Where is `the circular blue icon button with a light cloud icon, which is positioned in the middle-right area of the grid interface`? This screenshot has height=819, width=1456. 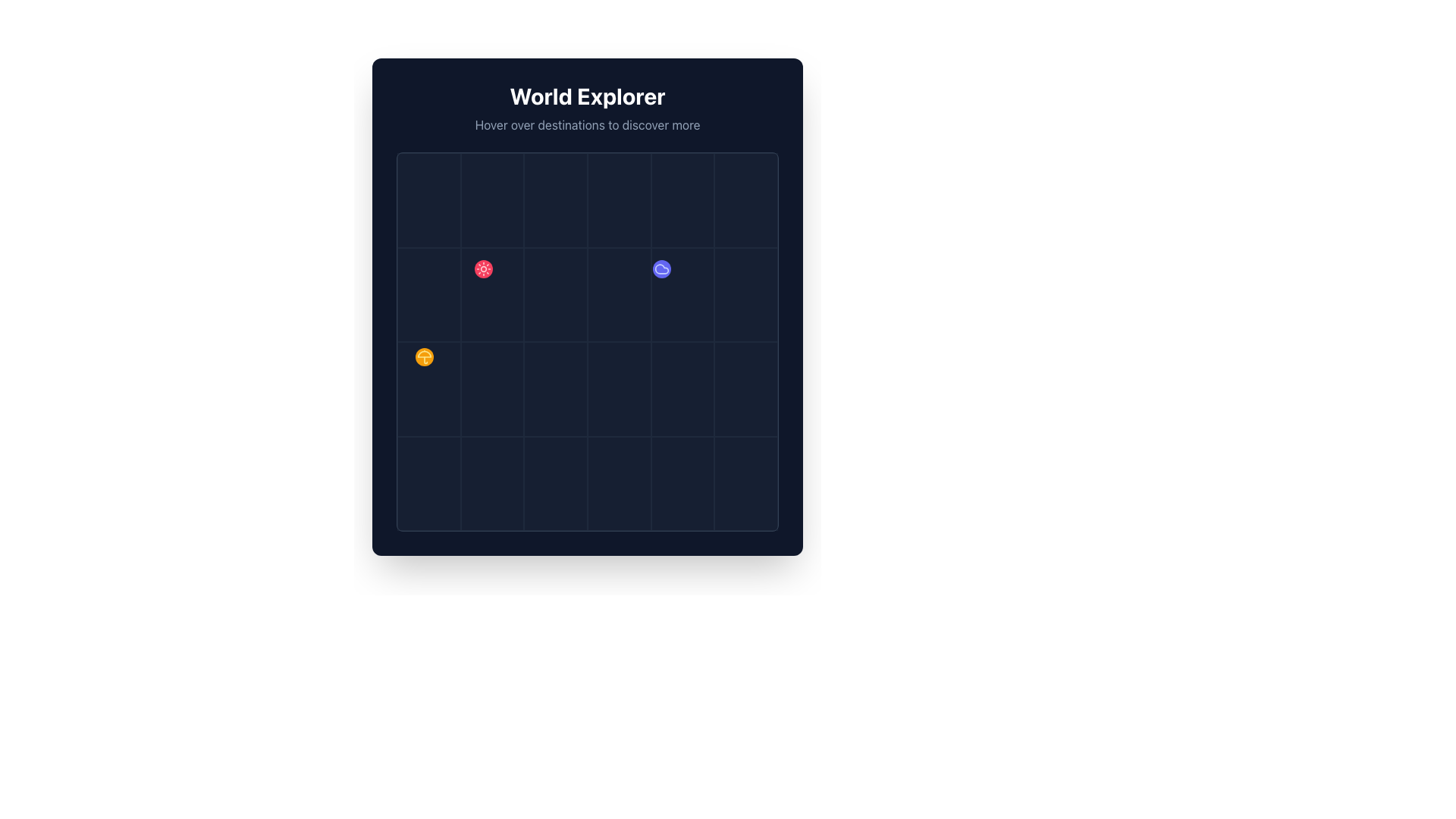 the circular blue icon button with a light cloud icon, which is positioned in the middle-right area of the grid interface is located at coordinates (662, 268).